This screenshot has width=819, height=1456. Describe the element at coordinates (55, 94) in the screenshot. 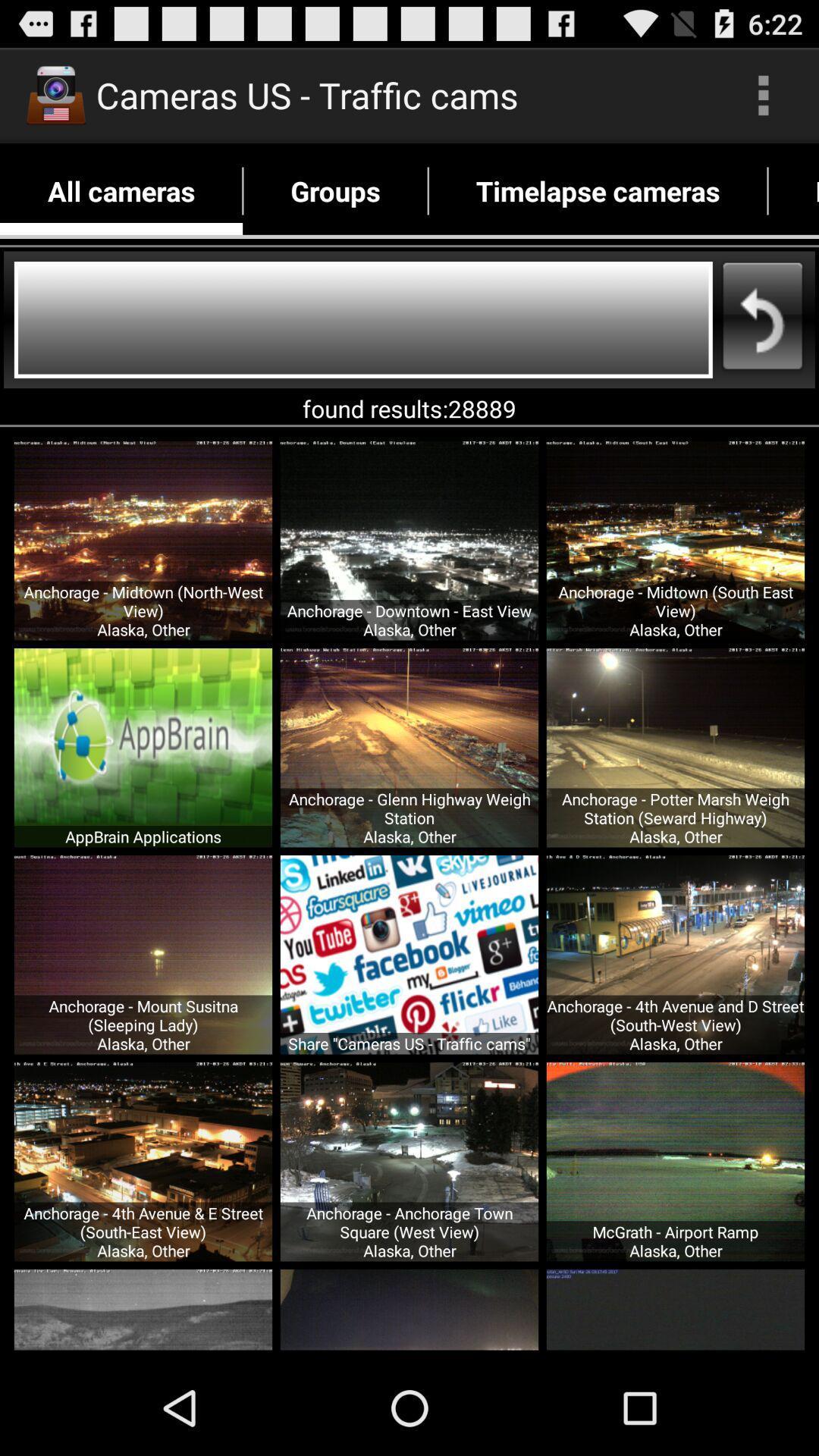

I see `the camera icon` at that location.